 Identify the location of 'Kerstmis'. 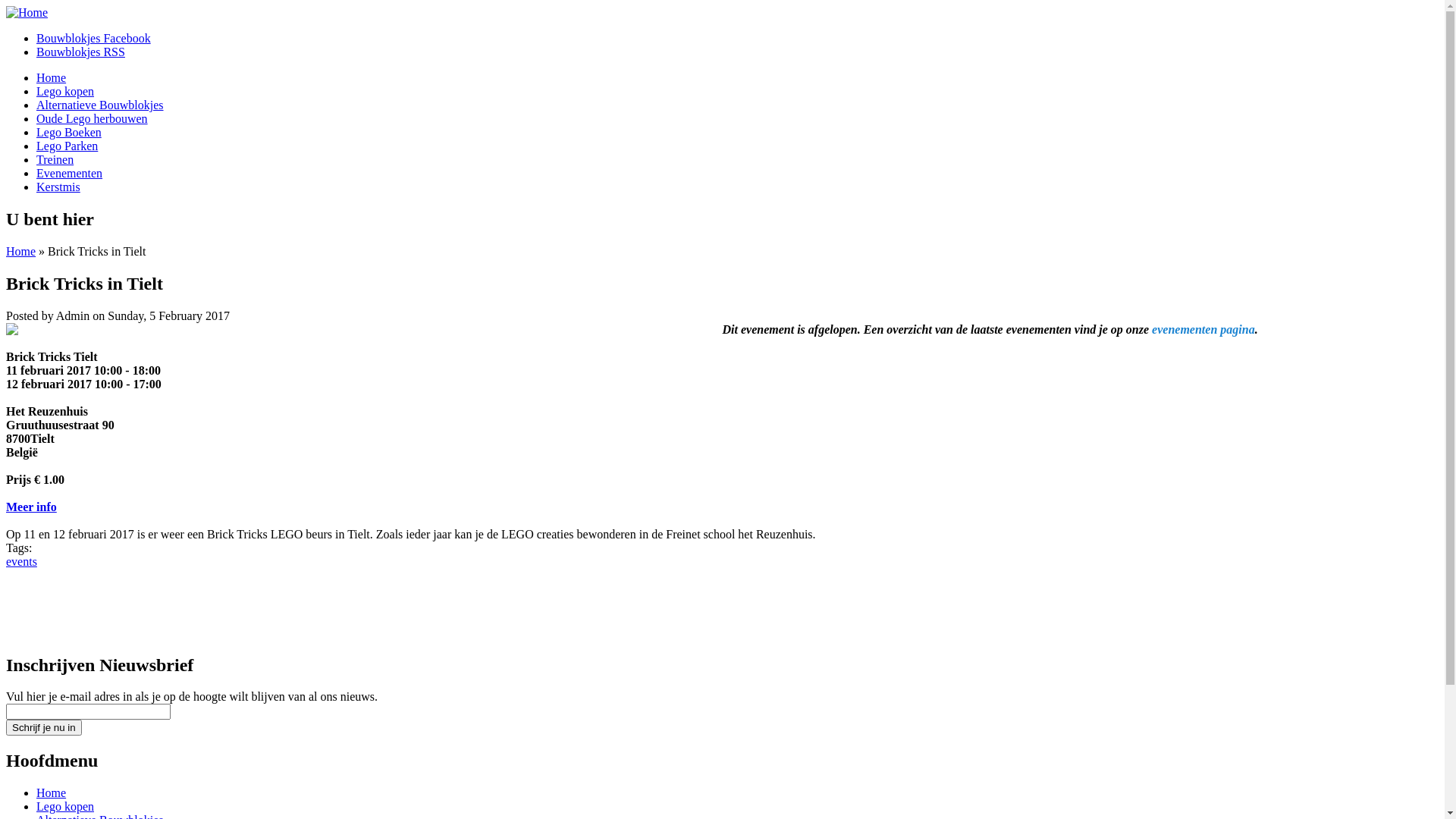
(58, 186).